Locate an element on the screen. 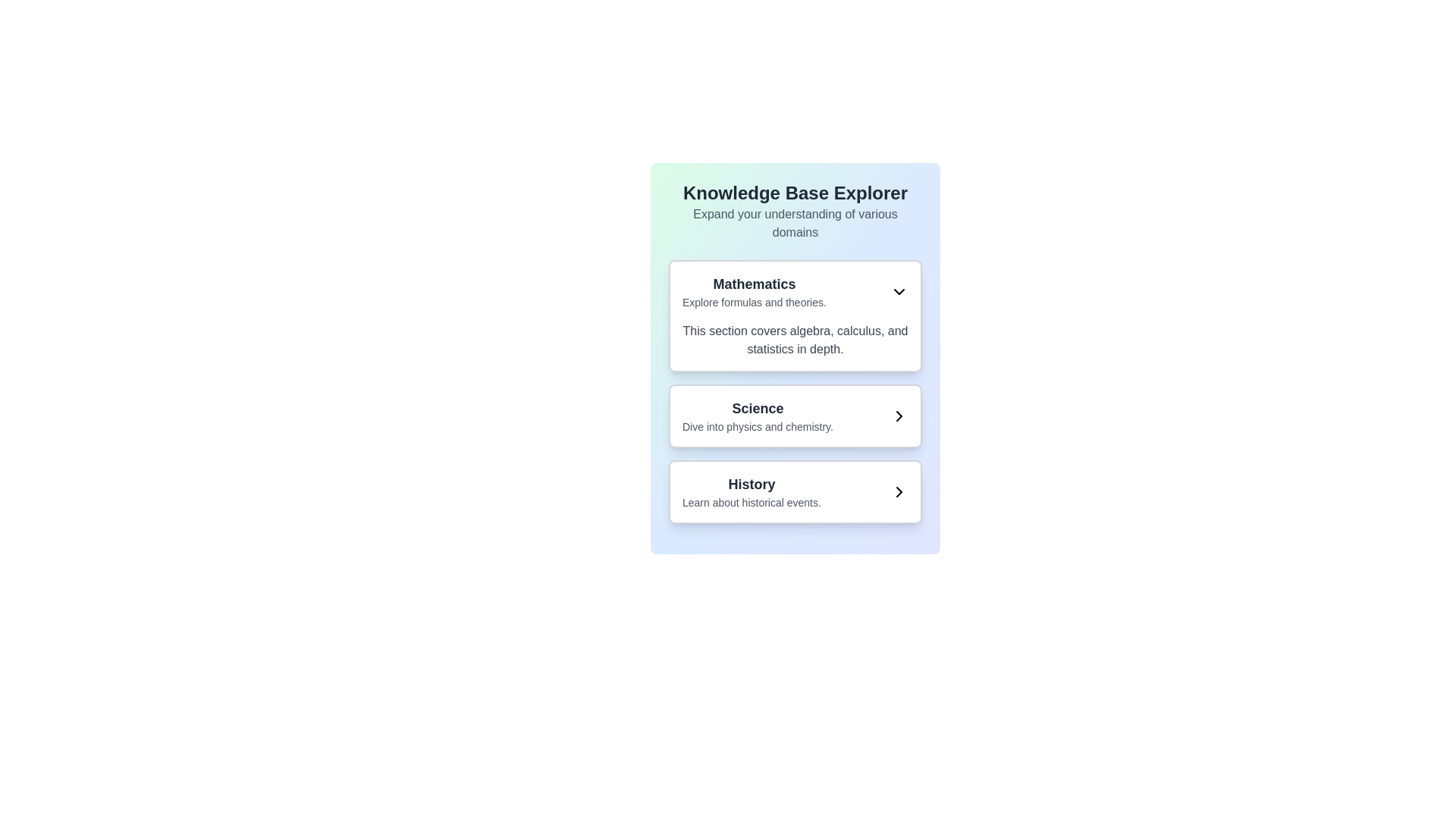  the rightward-pointing chevron icon with a black stroke is located at coordinates (899, 491).